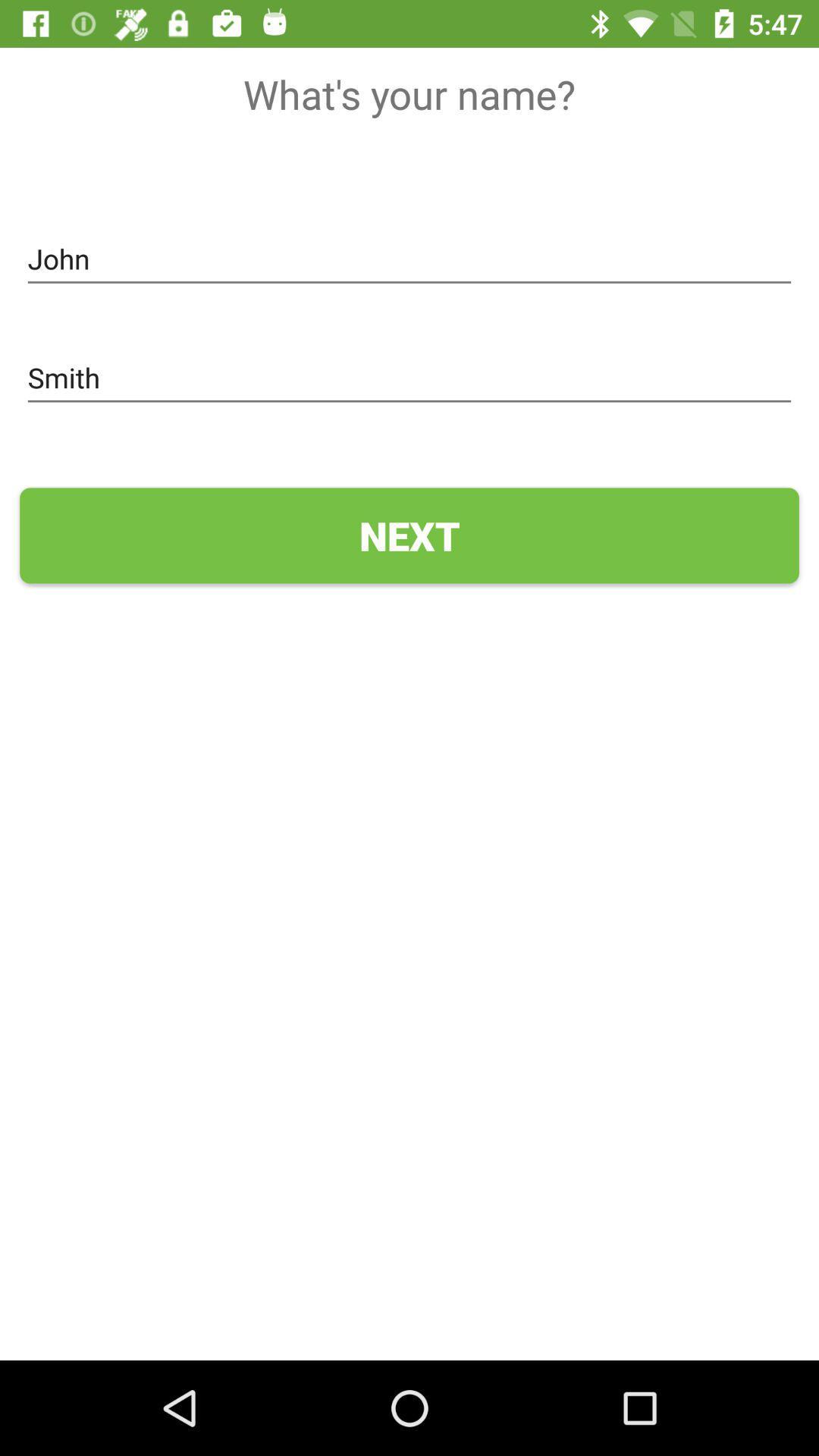 The height and width of the screenshot is (1456, 819). I want to click on icon below what s your, so click(409, 259).